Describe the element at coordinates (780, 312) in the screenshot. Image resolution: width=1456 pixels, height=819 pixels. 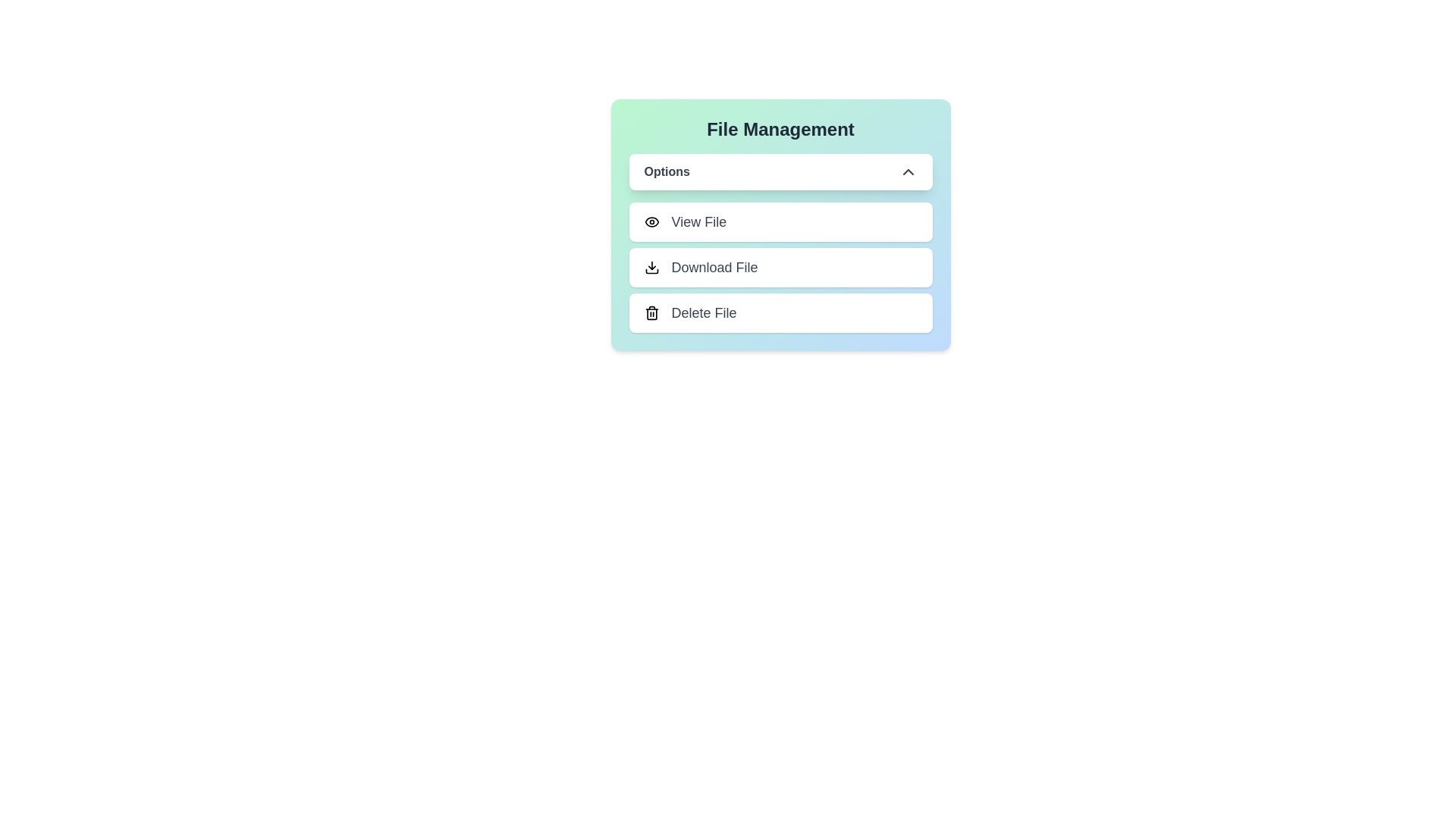
I see `the menu option Delete File by clicking on it` at that location.